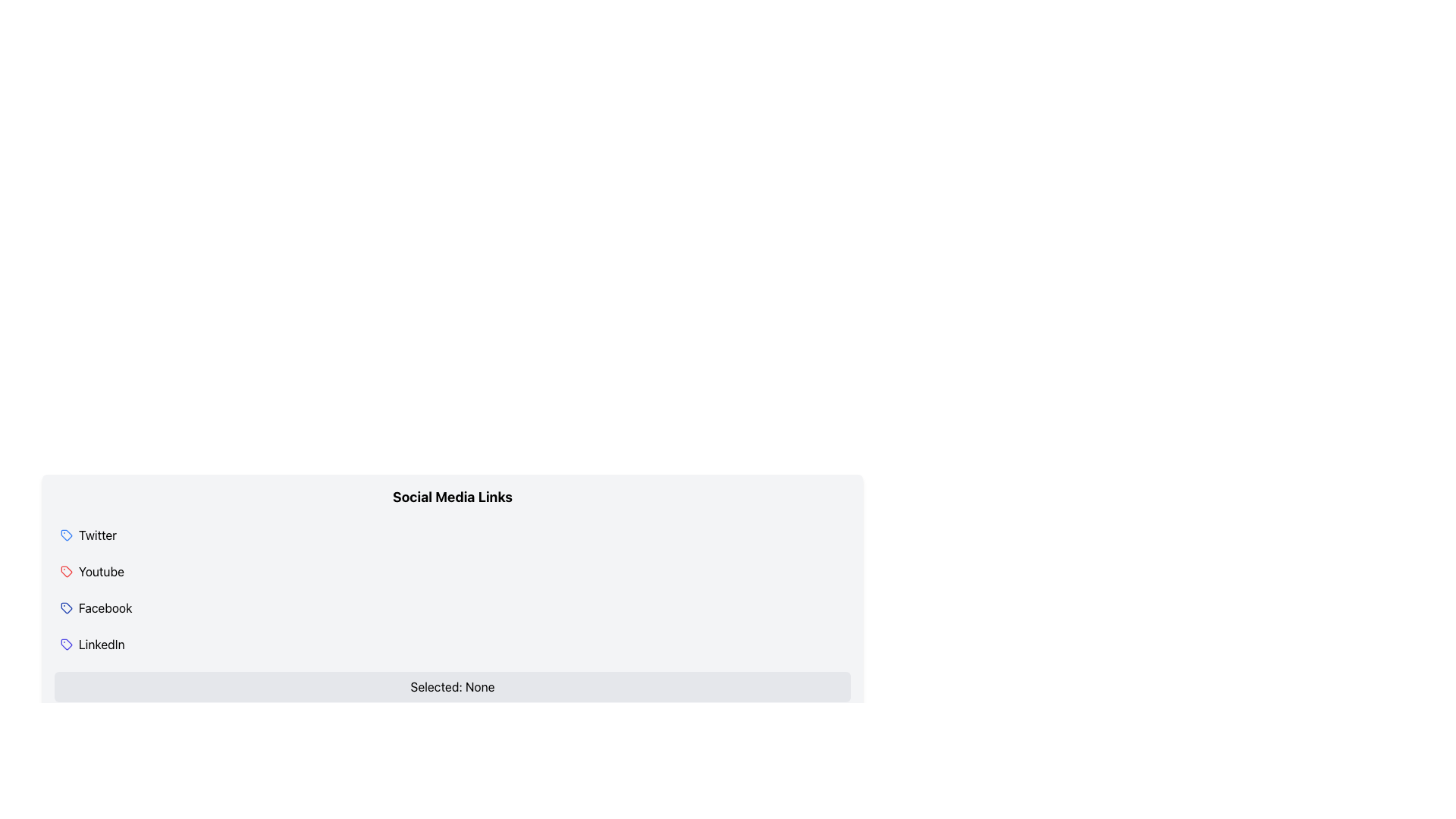 This screenshot has width=1456, height=819. What do you see at coordinates (105, 607) in the screenshot?
I see `the text label displaying 'Facebook', which is the third entry in the list of social media links under the heading 'Social Media Links'` at bounding box center [105, 607].